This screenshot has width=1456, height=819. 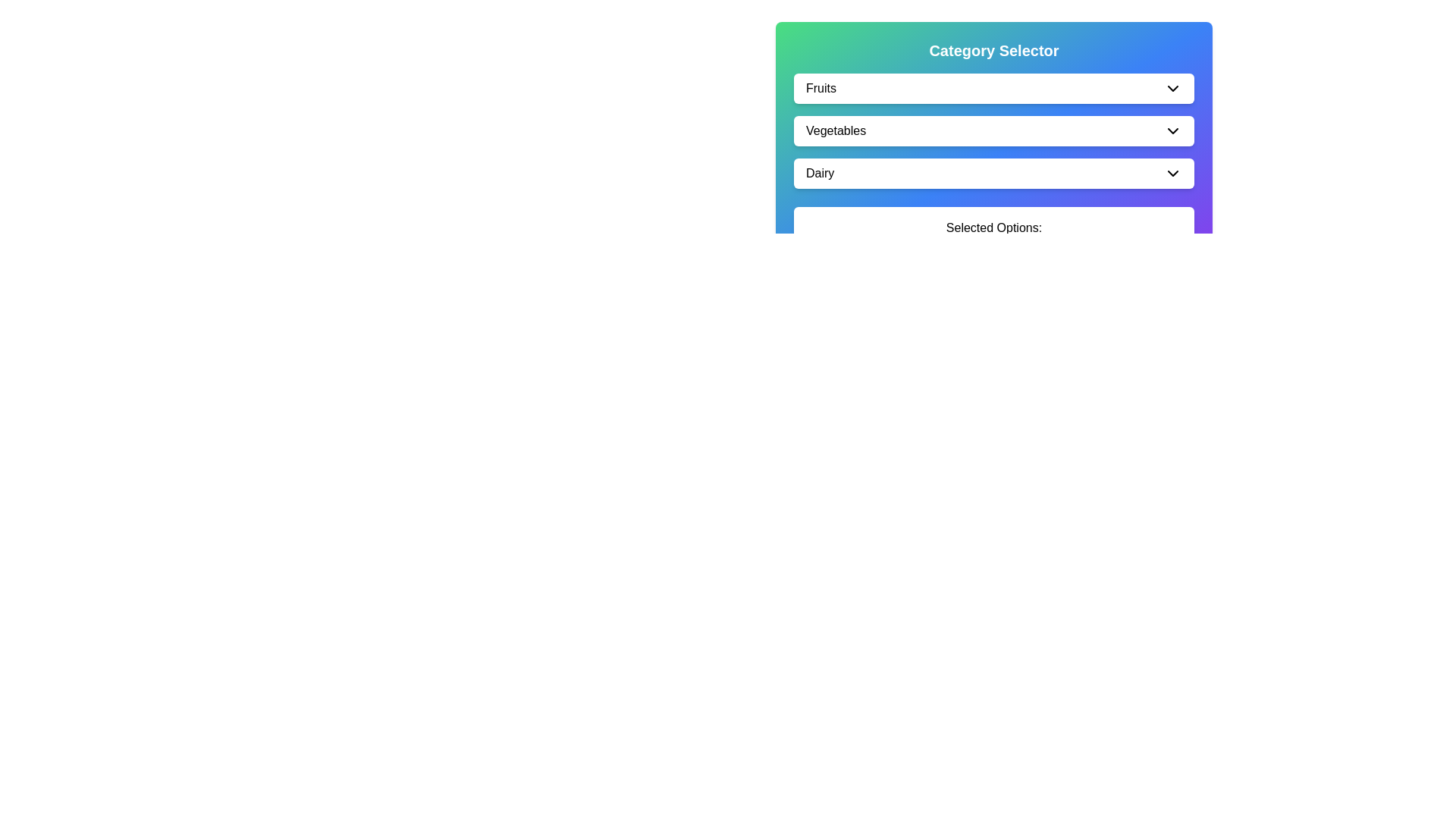 I want to click on the 'Vegetables' dropdown menu, so click(x=993, y=157).